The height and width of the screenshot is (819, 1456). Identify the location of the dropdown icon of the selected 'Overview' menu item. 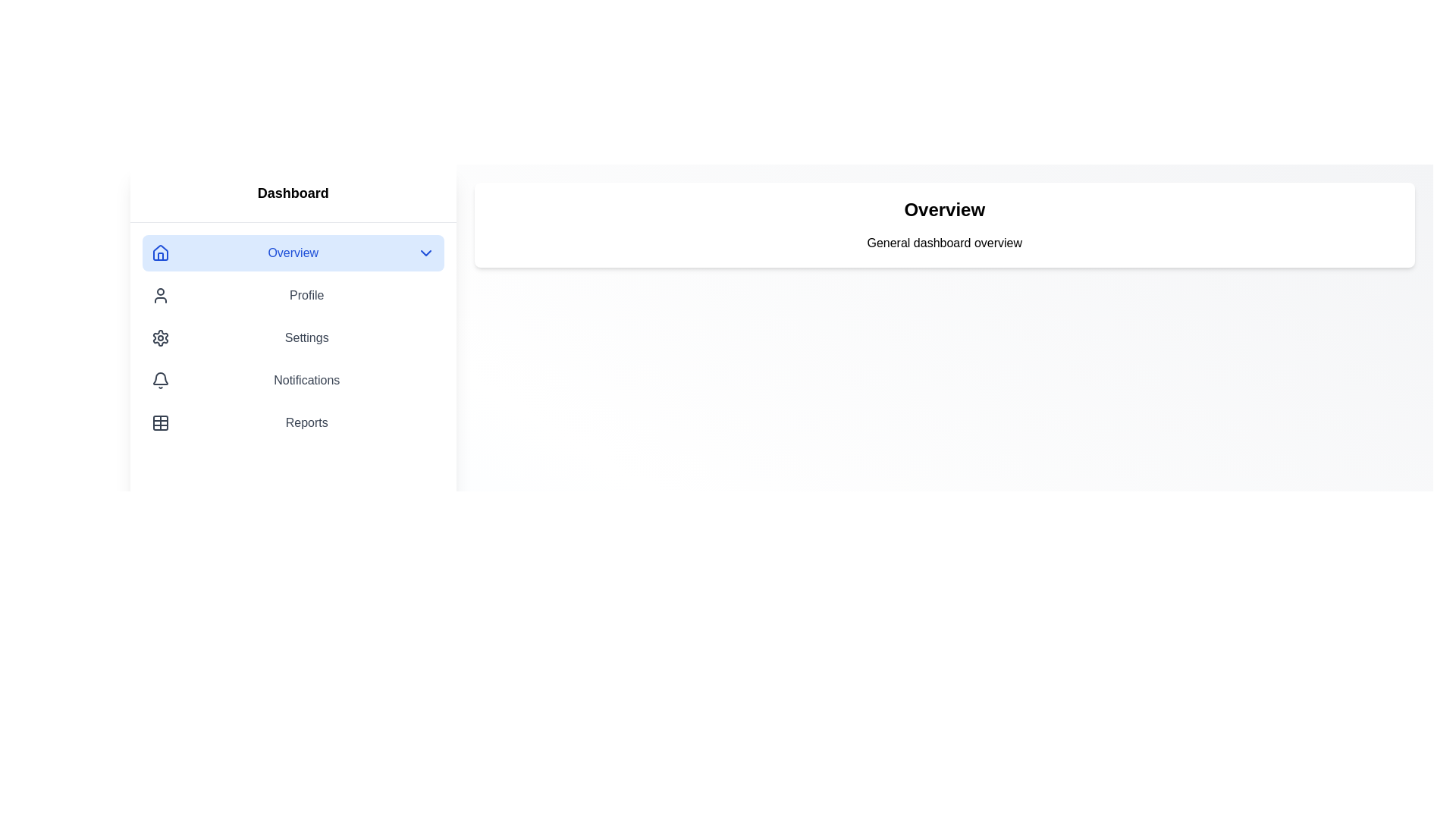
(425, 253).